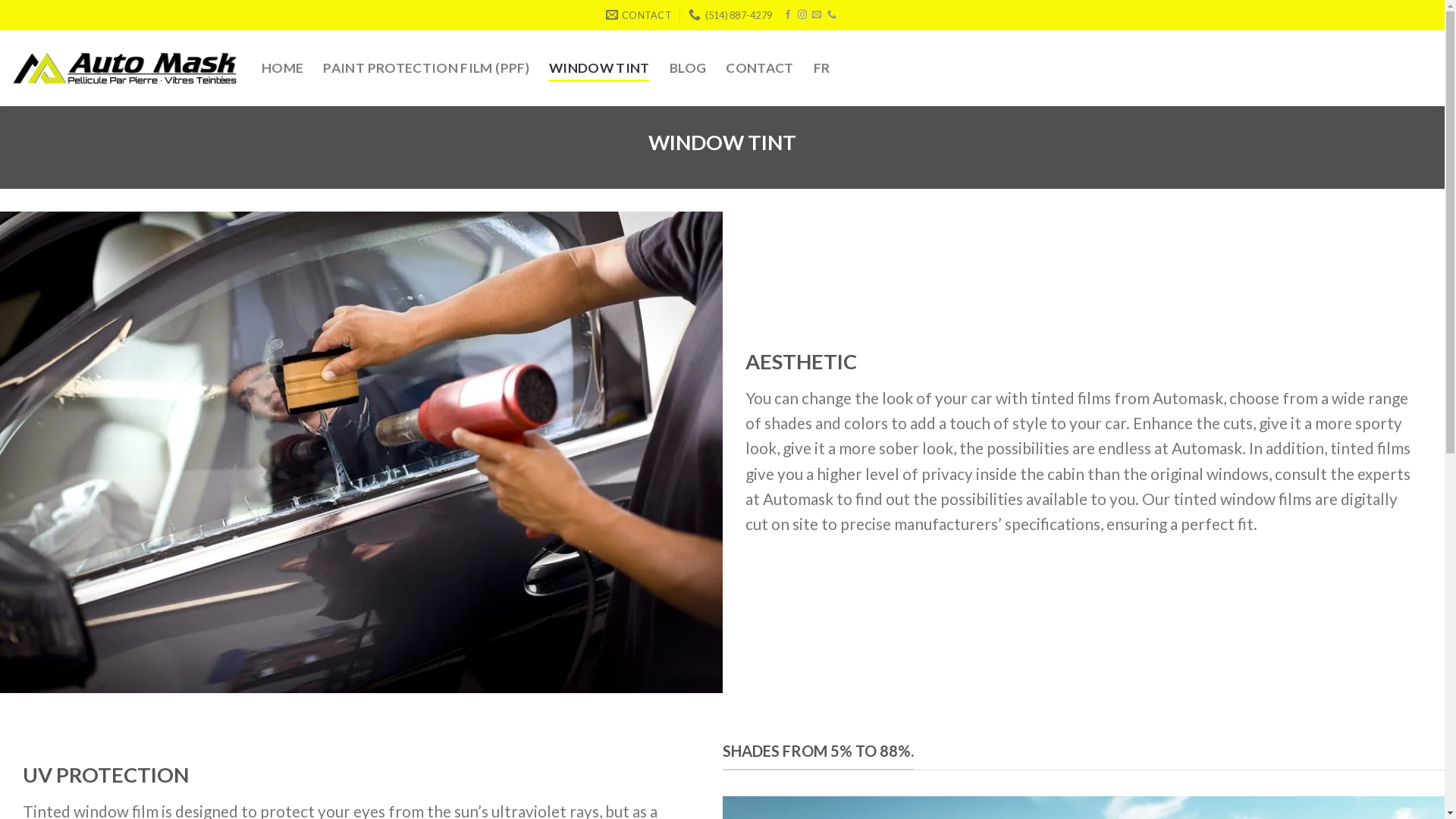 The image size is (1456, 819). I want to click on 'WINDOW TINT', so click(598, 67).